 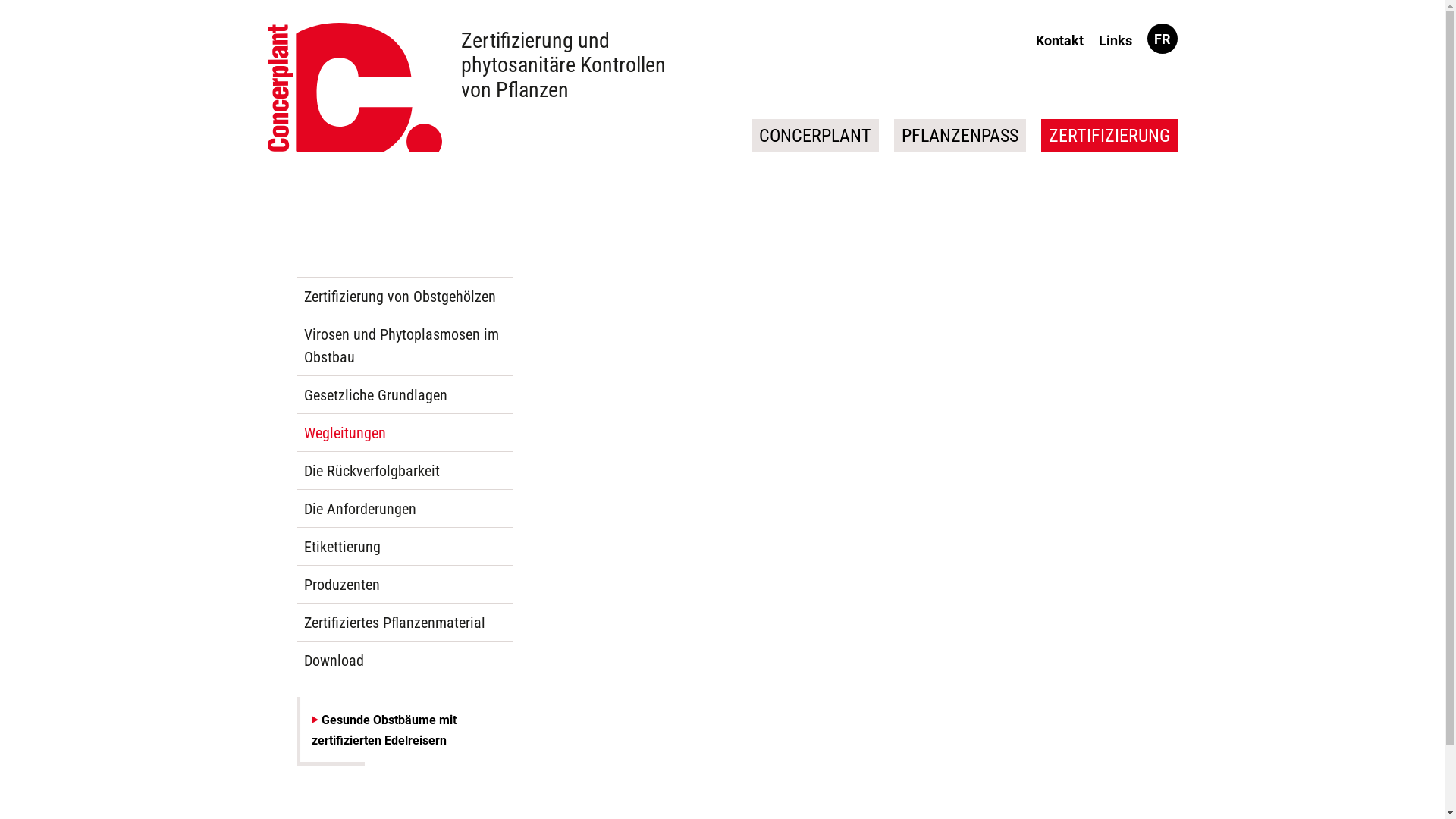 What do you see at coordinates (403, 623) in the screenshot?
I see `'Zertifiziertes Pflanzenmaterial'` at bounding box center [403, 623].